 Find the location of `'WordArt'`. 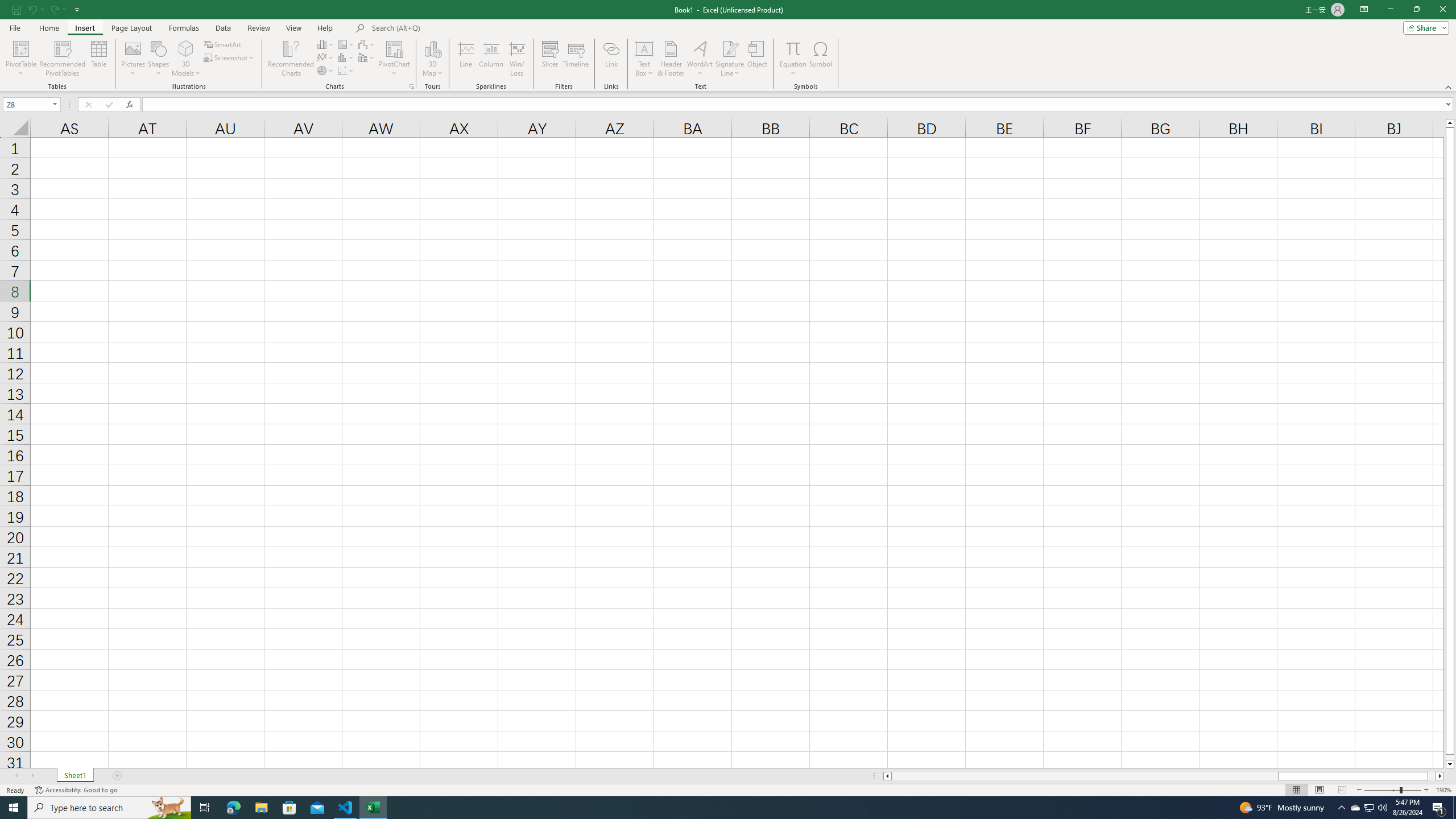

'WordArt' is located at coordinates (700, 59).